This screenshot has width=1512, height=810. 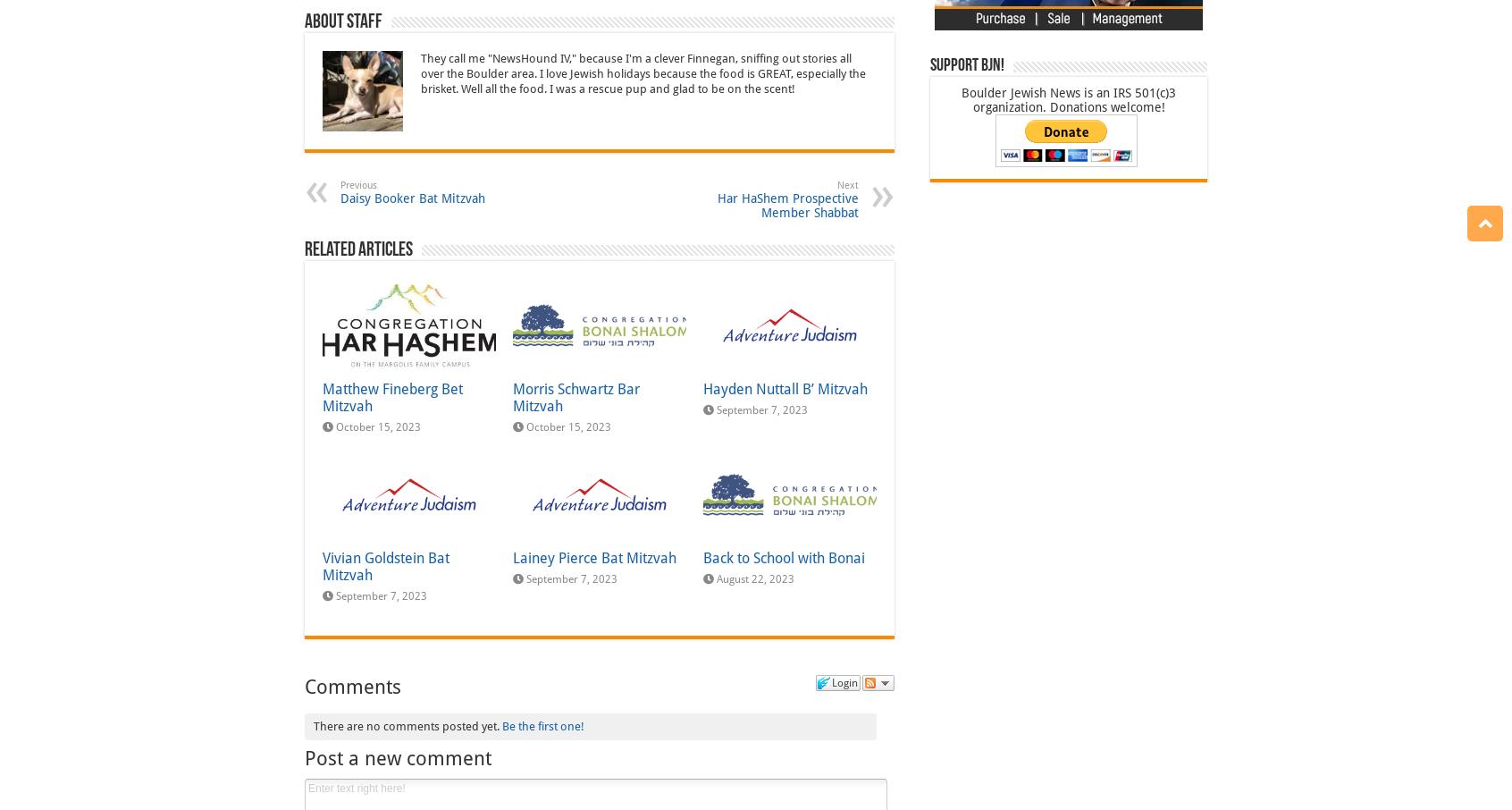 What do you see at coordinates (420, 73) in the screenshot?
I see `'They call me "NewsHound IV," because I'm a clever Finnegan, sniffing out stories all over the Boulder area. I love Jewish holidays because the food is GREAT, especially the brisket. Well all the food. I was a rescue pup and glad to be on the scent!'` at bounding box center [420, 73].